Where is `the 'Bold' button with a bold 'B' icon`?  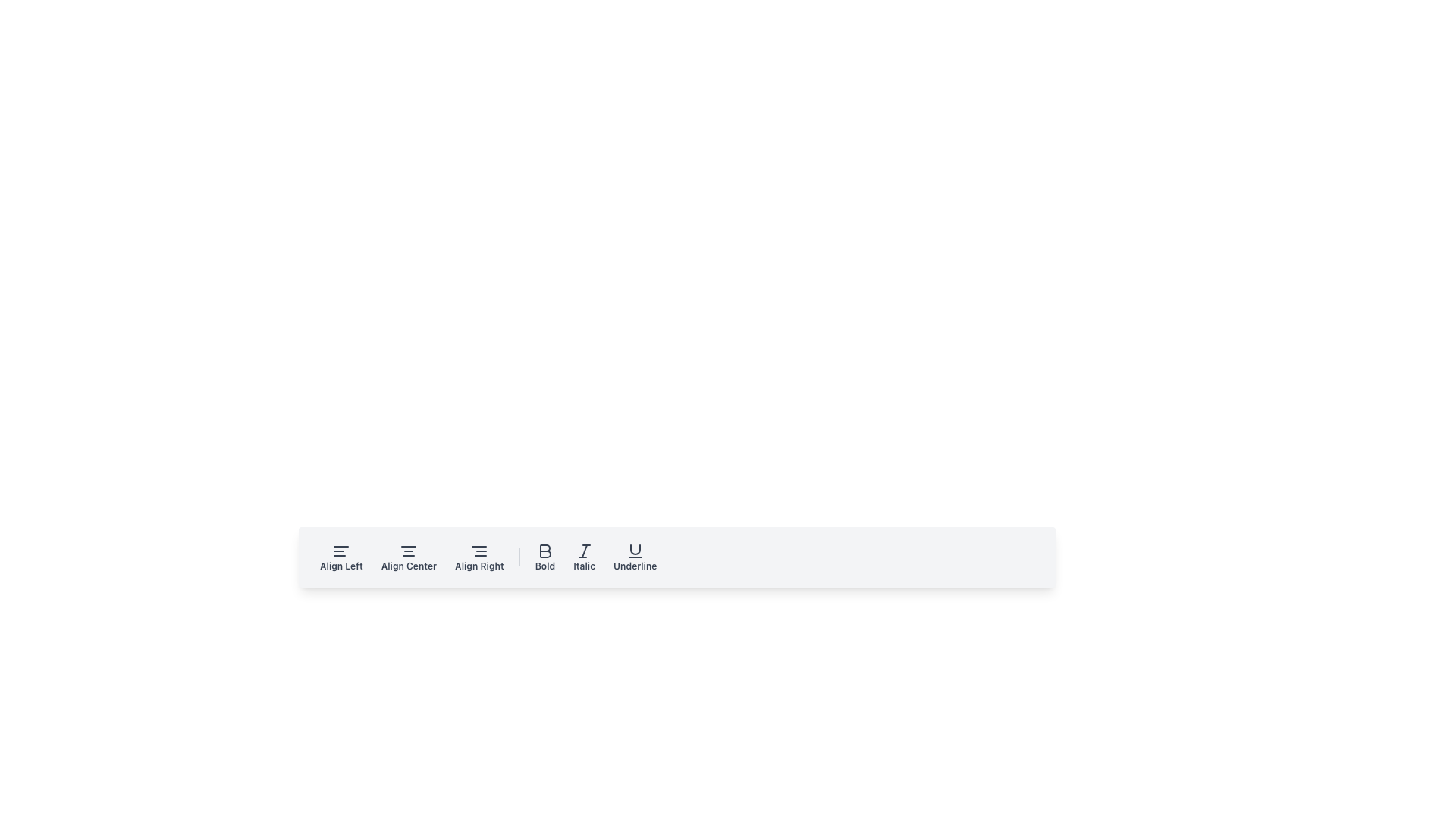
the 'Bold' button with a bold 'B' icon is located at coordinates (544, 557).